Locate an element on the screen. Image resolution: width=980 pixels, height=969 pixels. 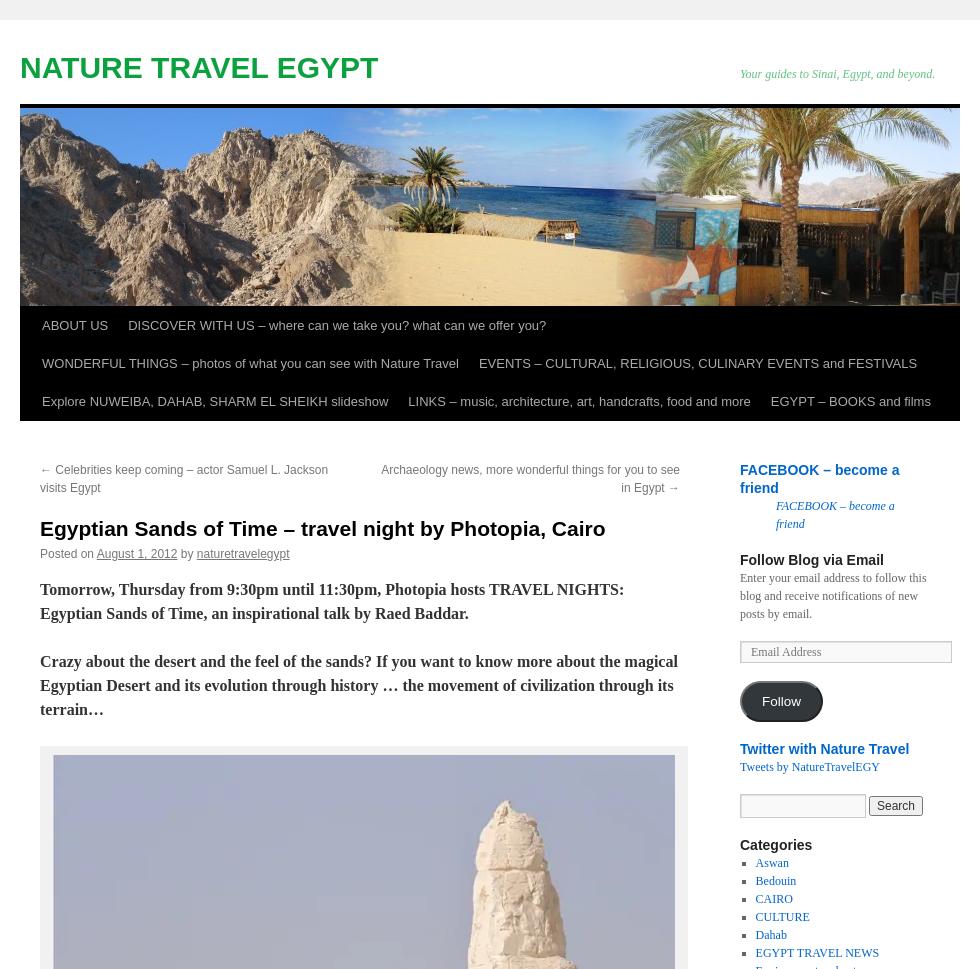
'Archaeology news, more wonderful things for you to see in Egypt' is located at coordinates (530, 478).